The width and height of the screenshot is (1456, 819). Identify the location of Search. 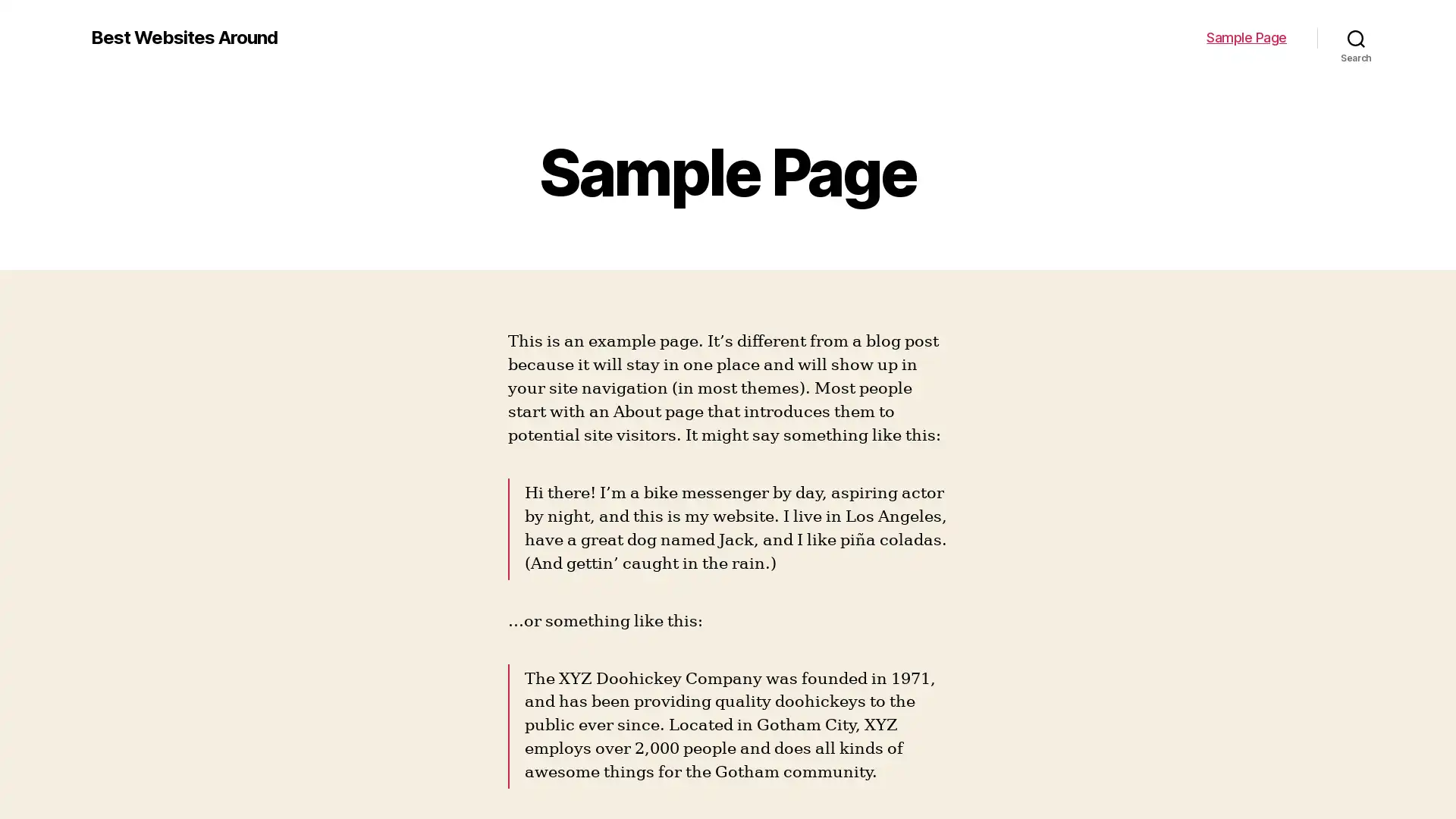
(1356, 37).